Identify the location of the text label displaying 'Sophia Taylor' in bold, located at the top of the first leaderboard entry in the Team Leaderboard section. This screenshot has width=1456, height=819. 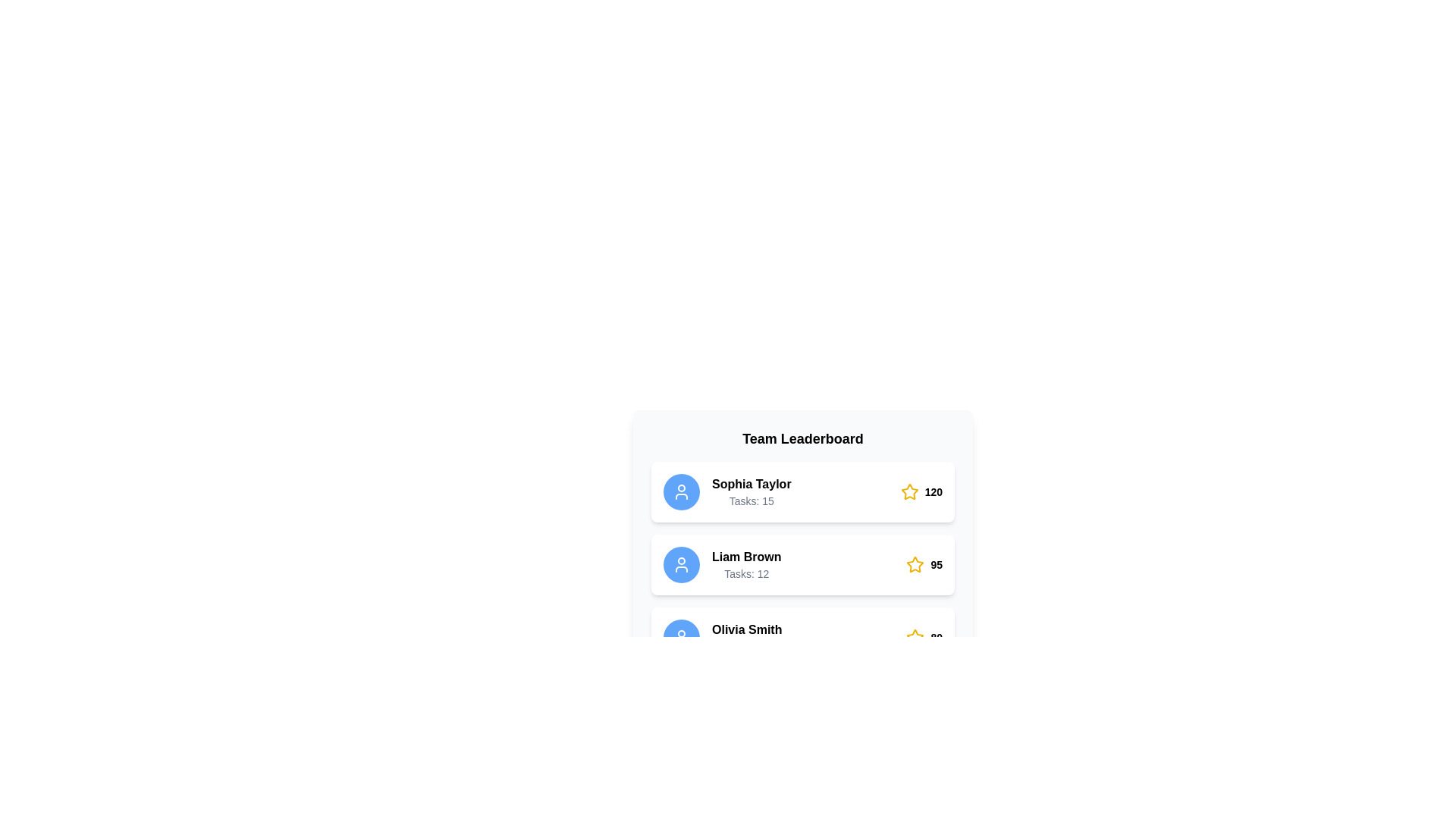
(752, 485).